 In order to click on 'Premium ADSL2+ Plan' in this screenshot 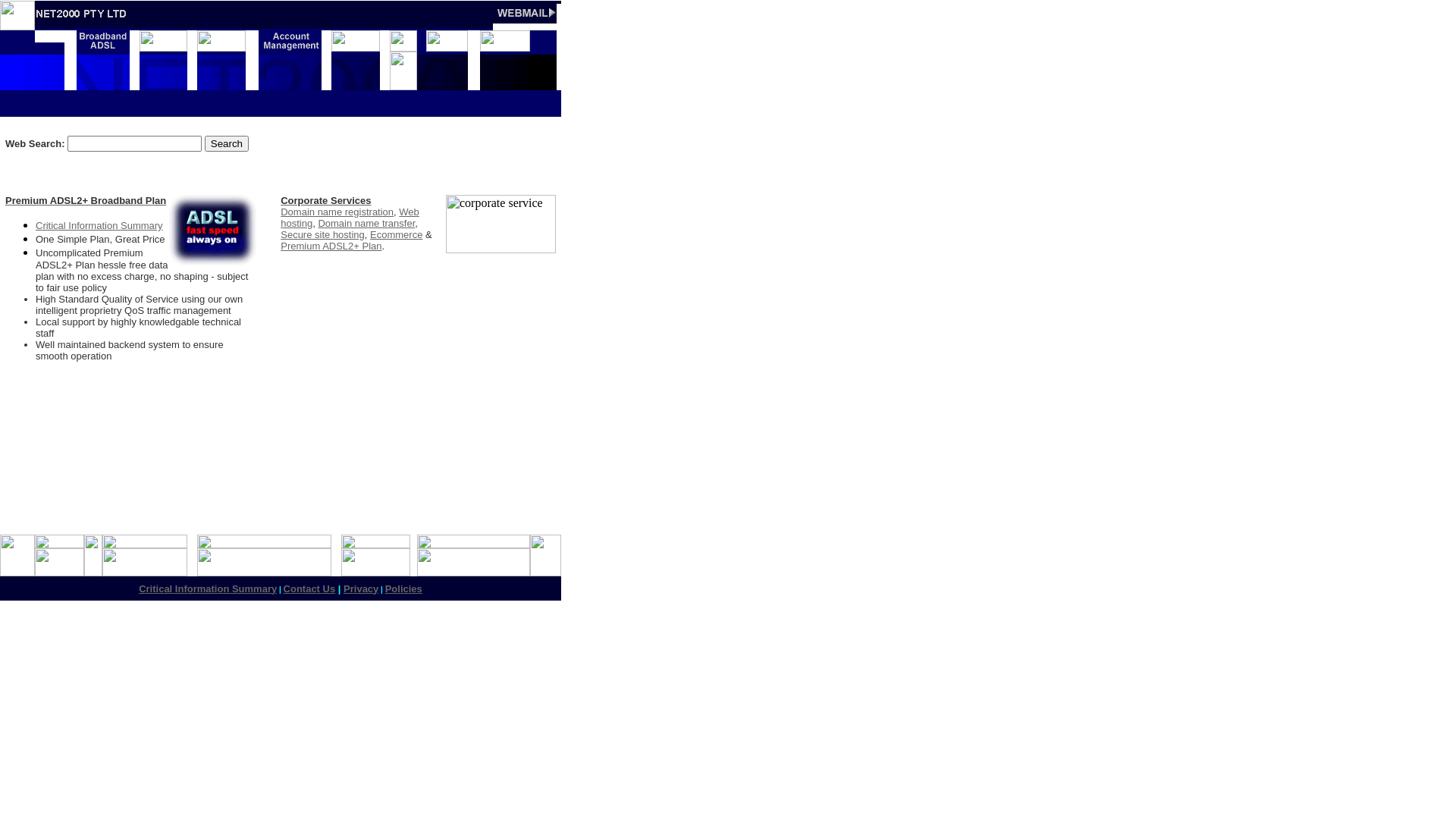, I will do `click(330, 245)`.